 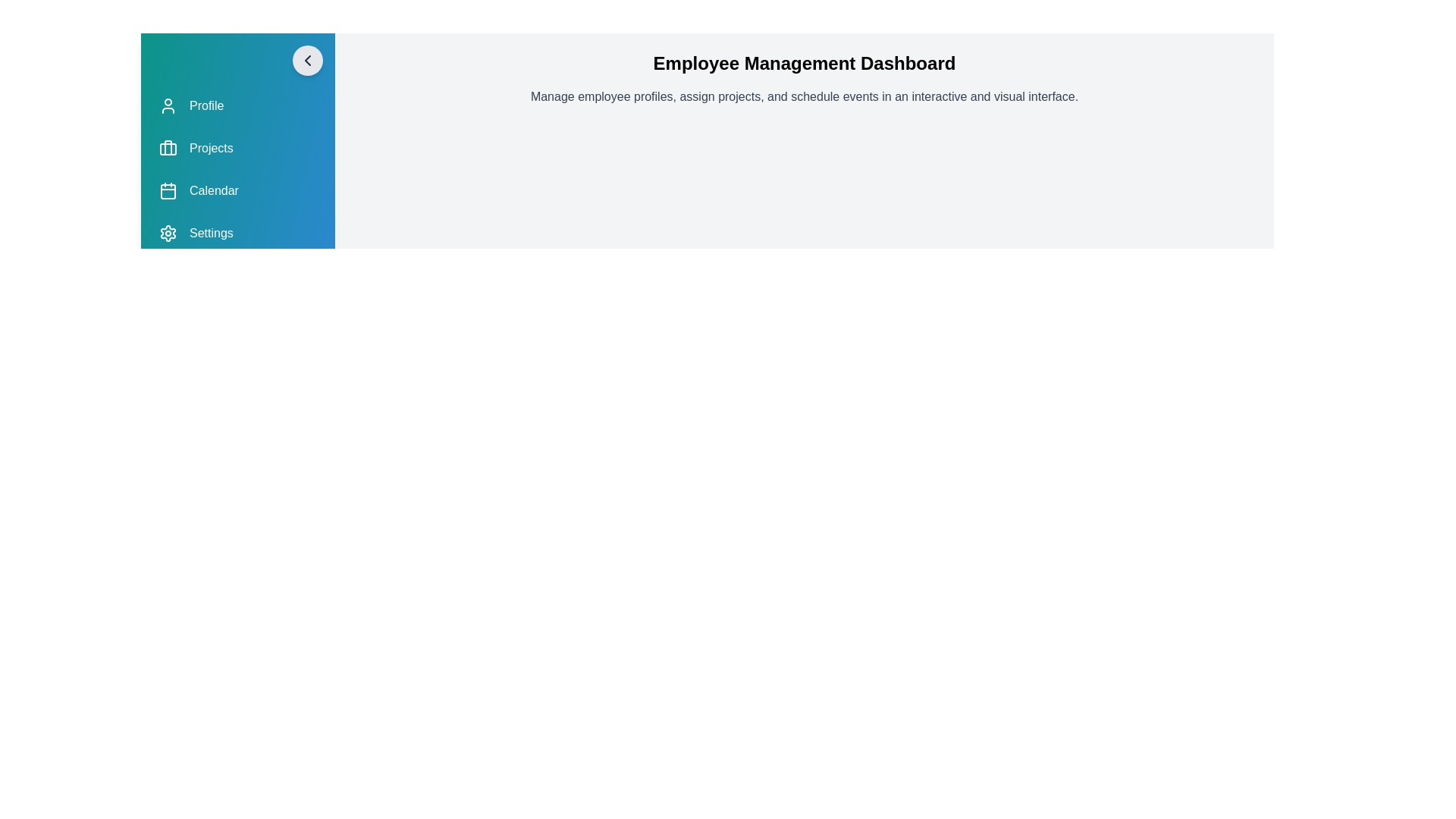 I want to click on the navigation item Settings from the drawer, so click(x=237, y=234).